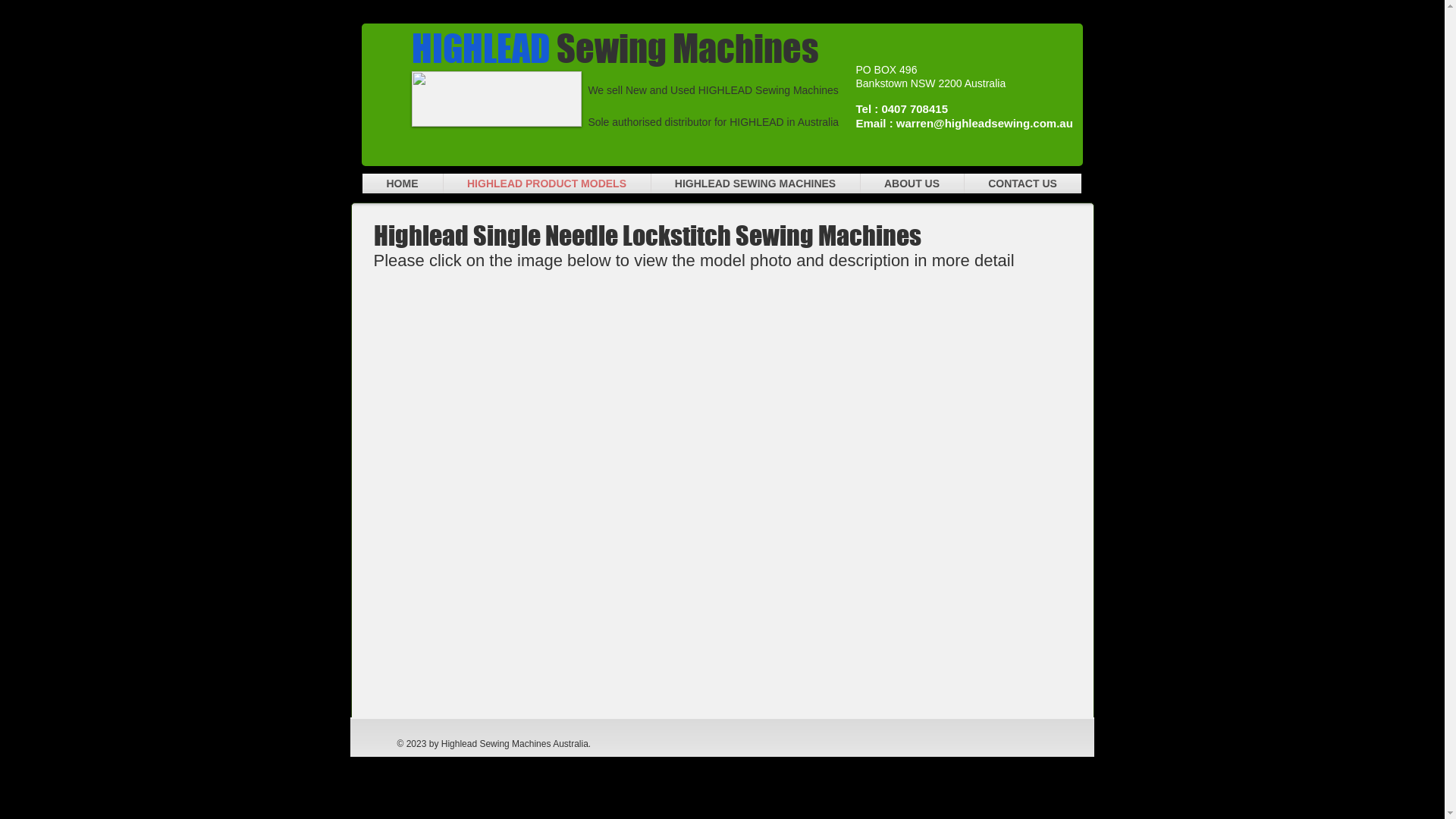 This screenshot has height=819, width=1456. What do you see at coordinates (755, 183) in the screenshot?
I see `'HIGHLEAD SEWING MACHINES'` at bounding box center [755, 183].